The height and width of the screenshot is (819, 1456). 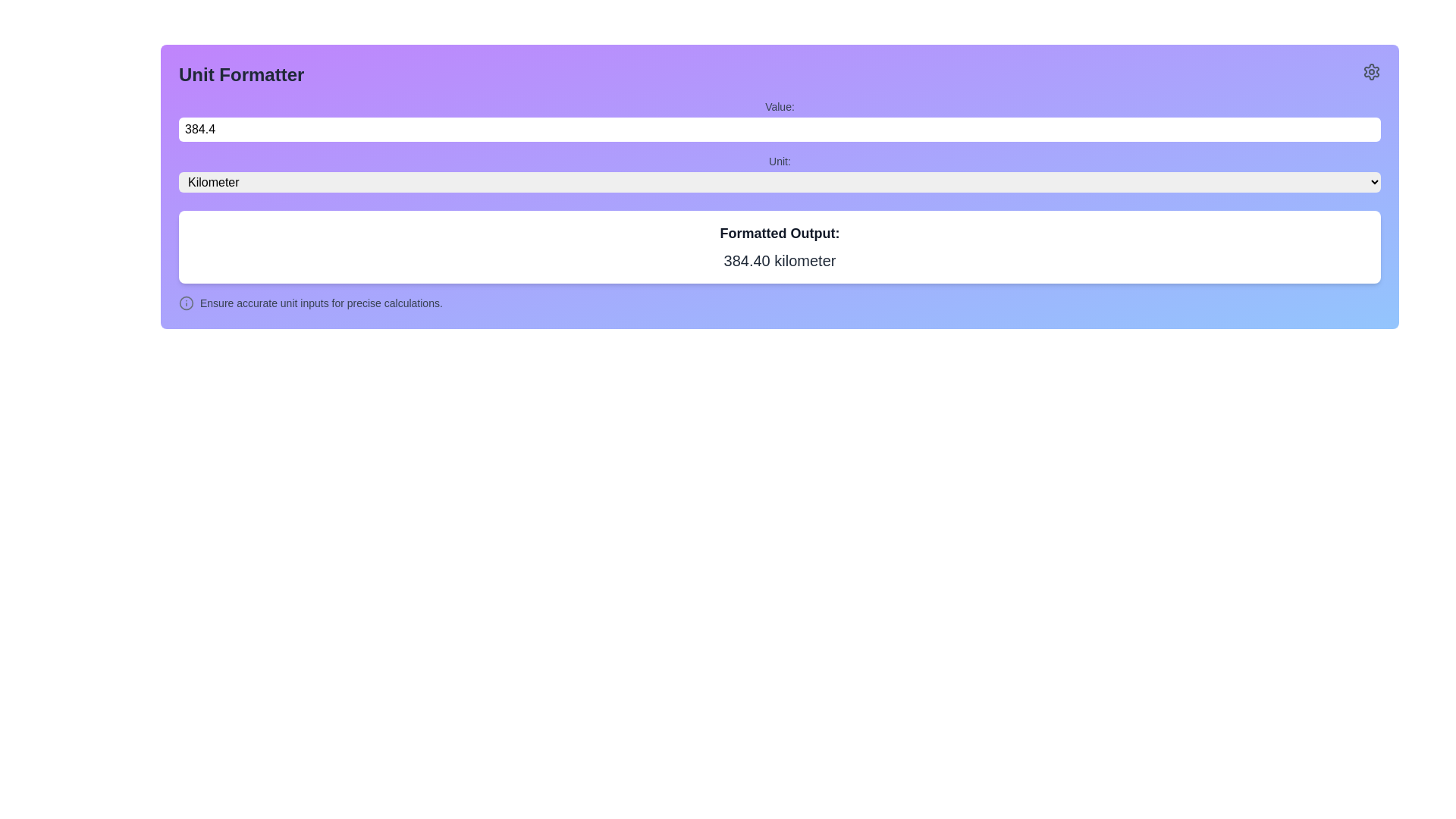 What do you see at coordinates (1372, 72) in the screenshot?
I see `the gear-shaped settings icon located in the header of the interface` at bounding box center [1372, 72].